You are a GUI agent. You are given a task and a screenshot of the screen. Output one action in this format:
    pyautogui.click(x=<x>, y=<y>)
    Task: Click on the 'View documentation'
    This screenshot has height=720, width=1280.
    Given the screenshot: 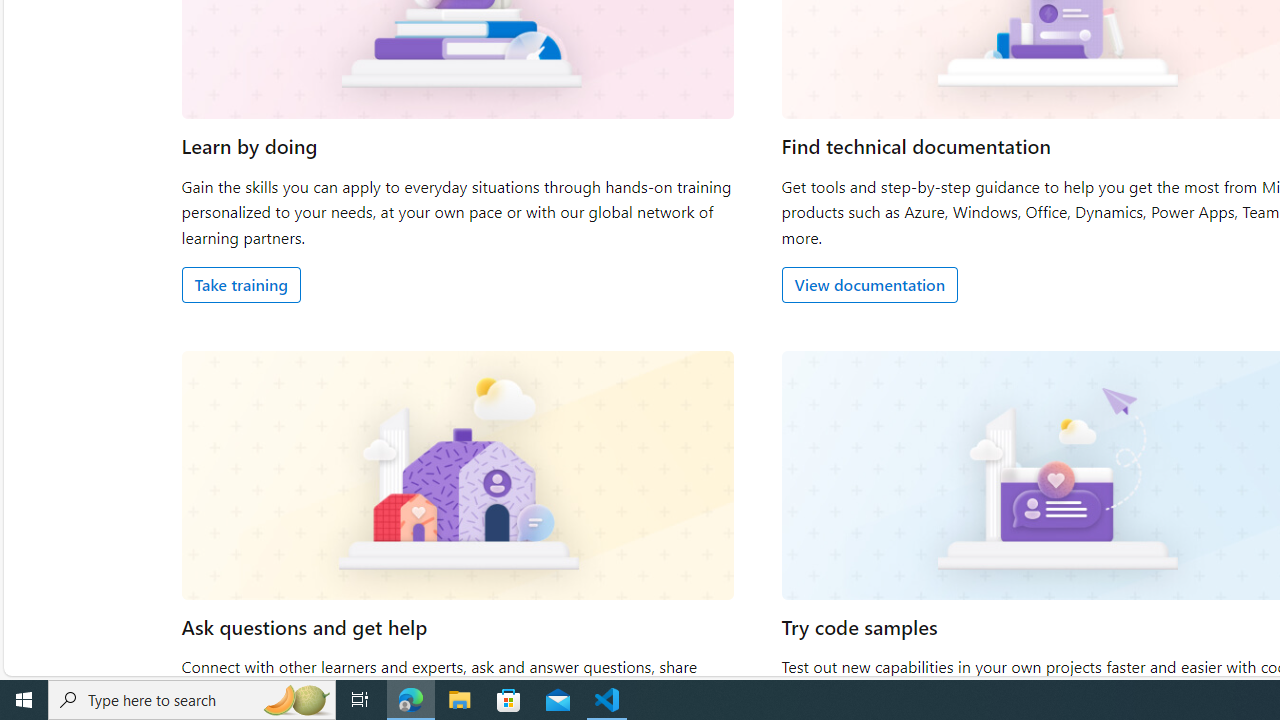 What is the action you would take?
    pyautogui.click(x=869, y=284)
    